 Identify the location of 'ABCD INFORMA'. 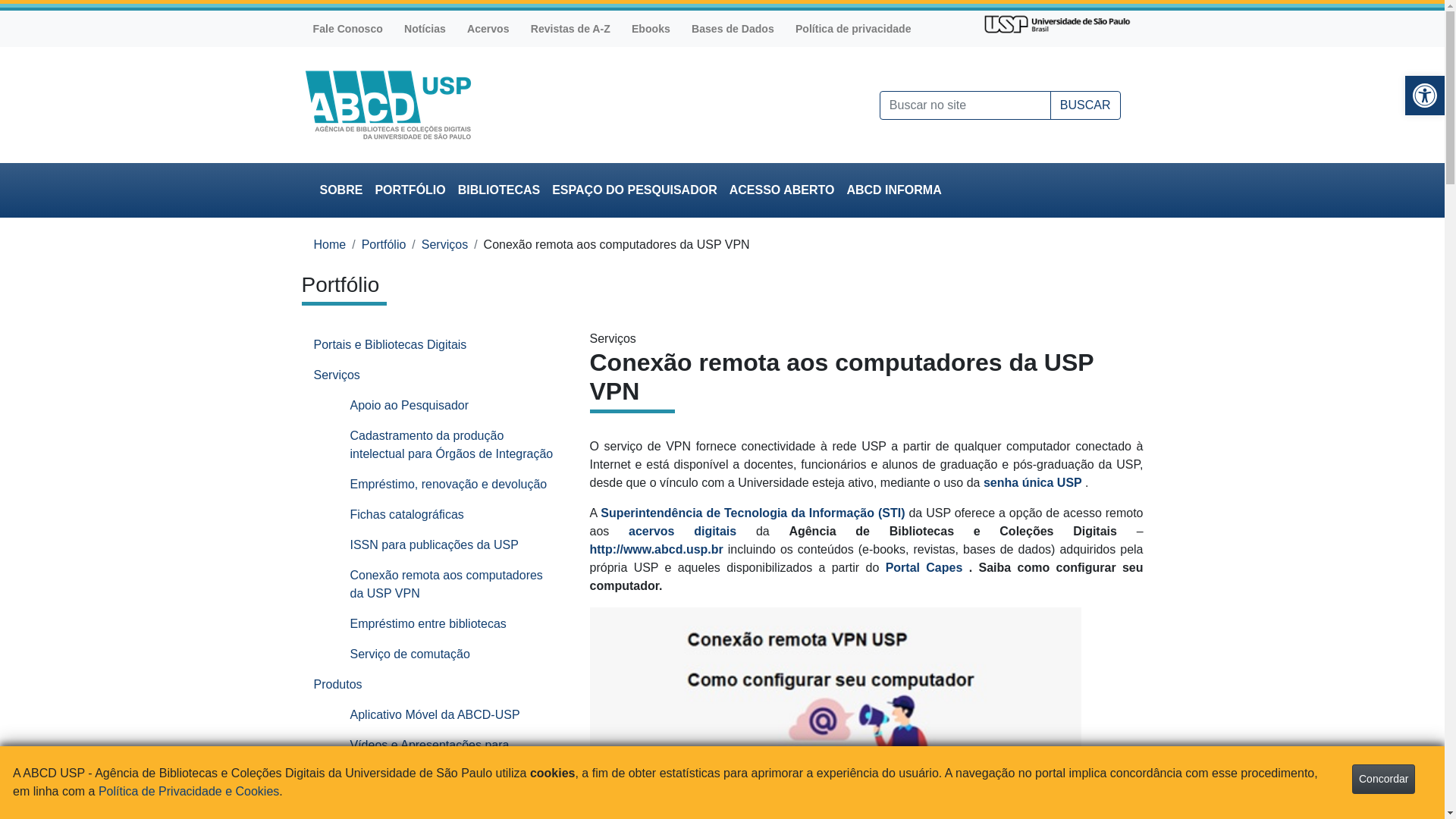
(893, 189).